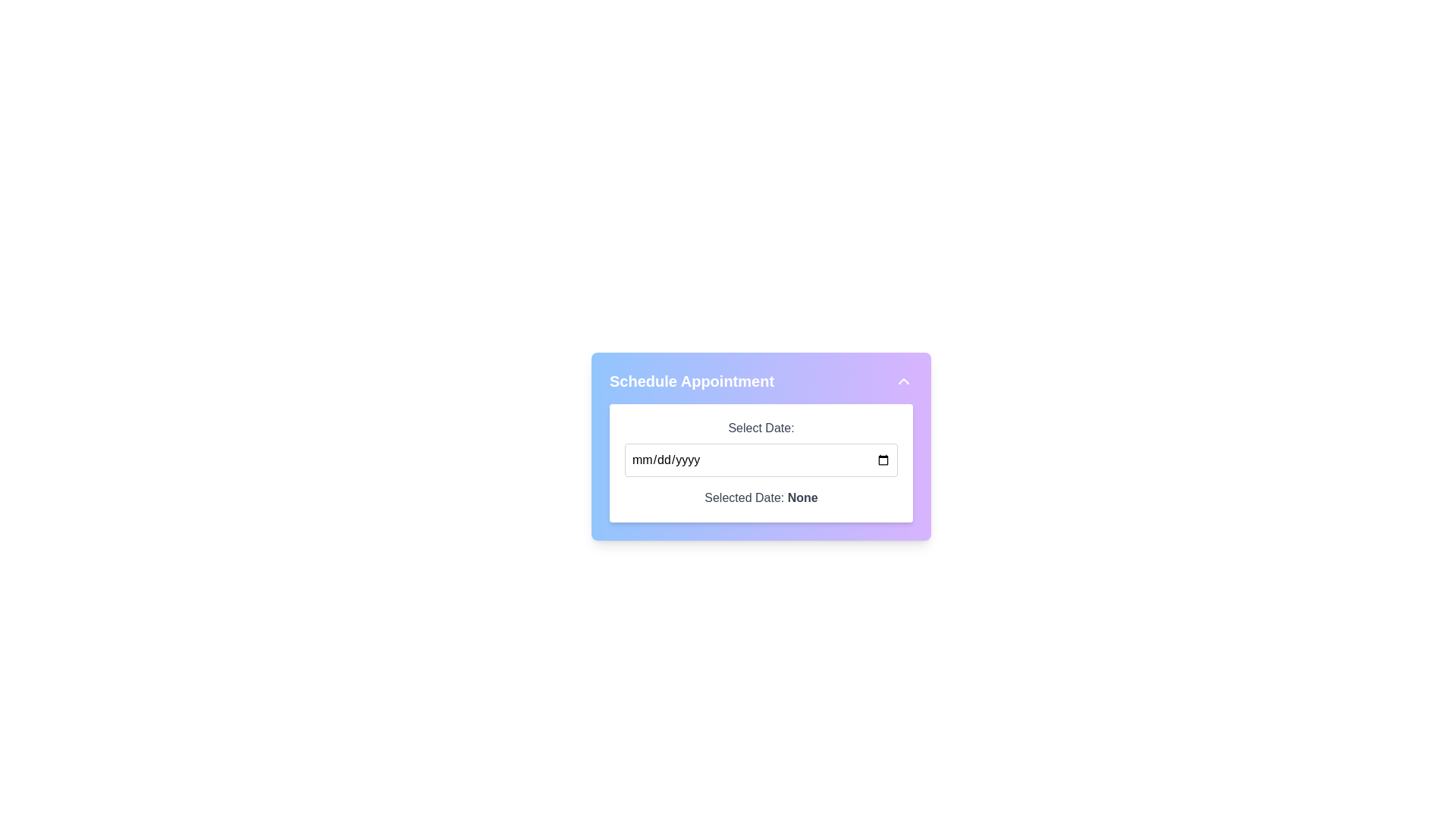 The height and width of the screenshot is (819, 1456). I want to click on bold-styled text component displaying the word 'None' located beneath the label 'Selected Date:' on the white panel, so click(802, 497).